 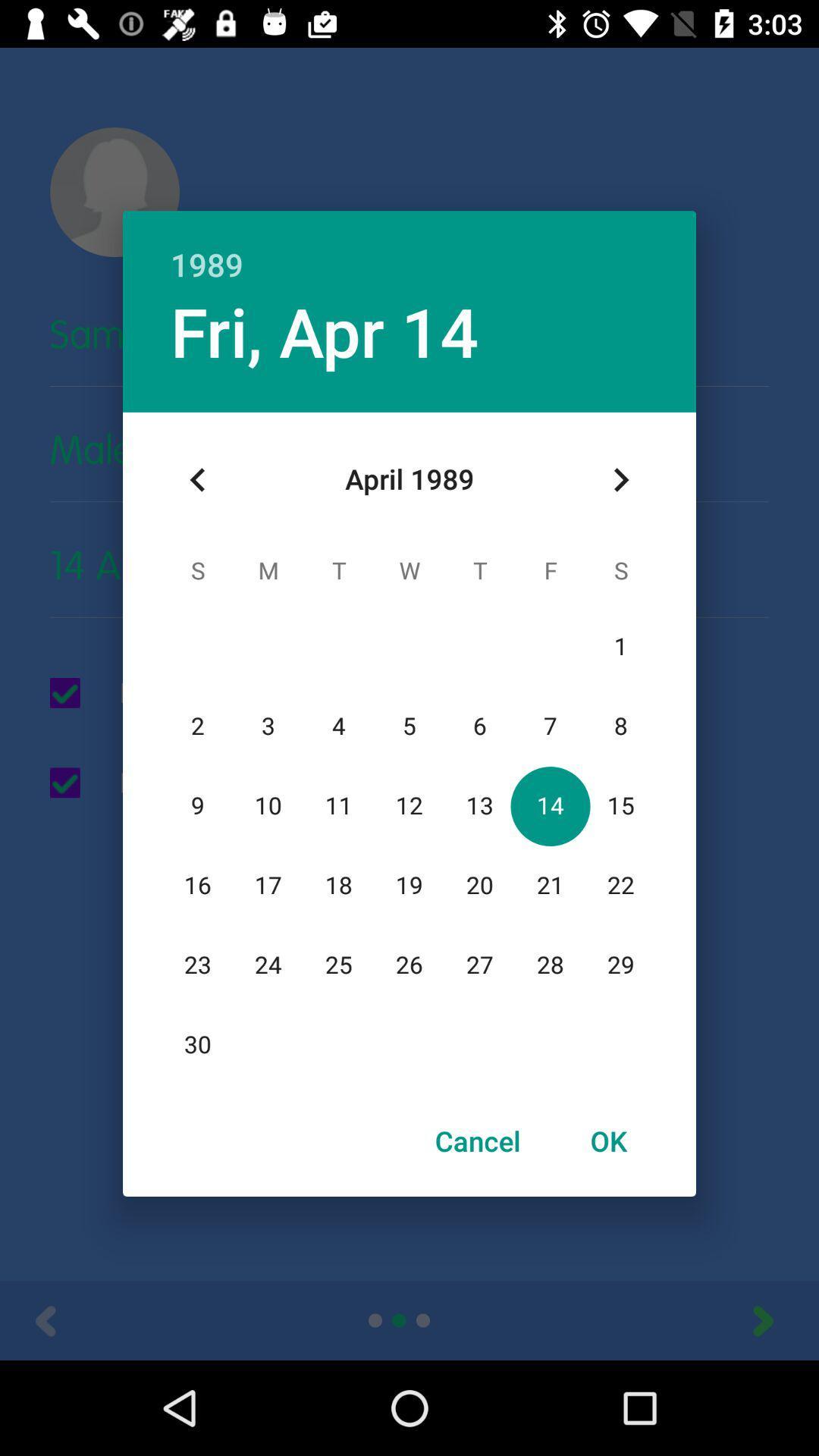 I want to click on the fri, apr 14 icon, so click(x=324, y=330).